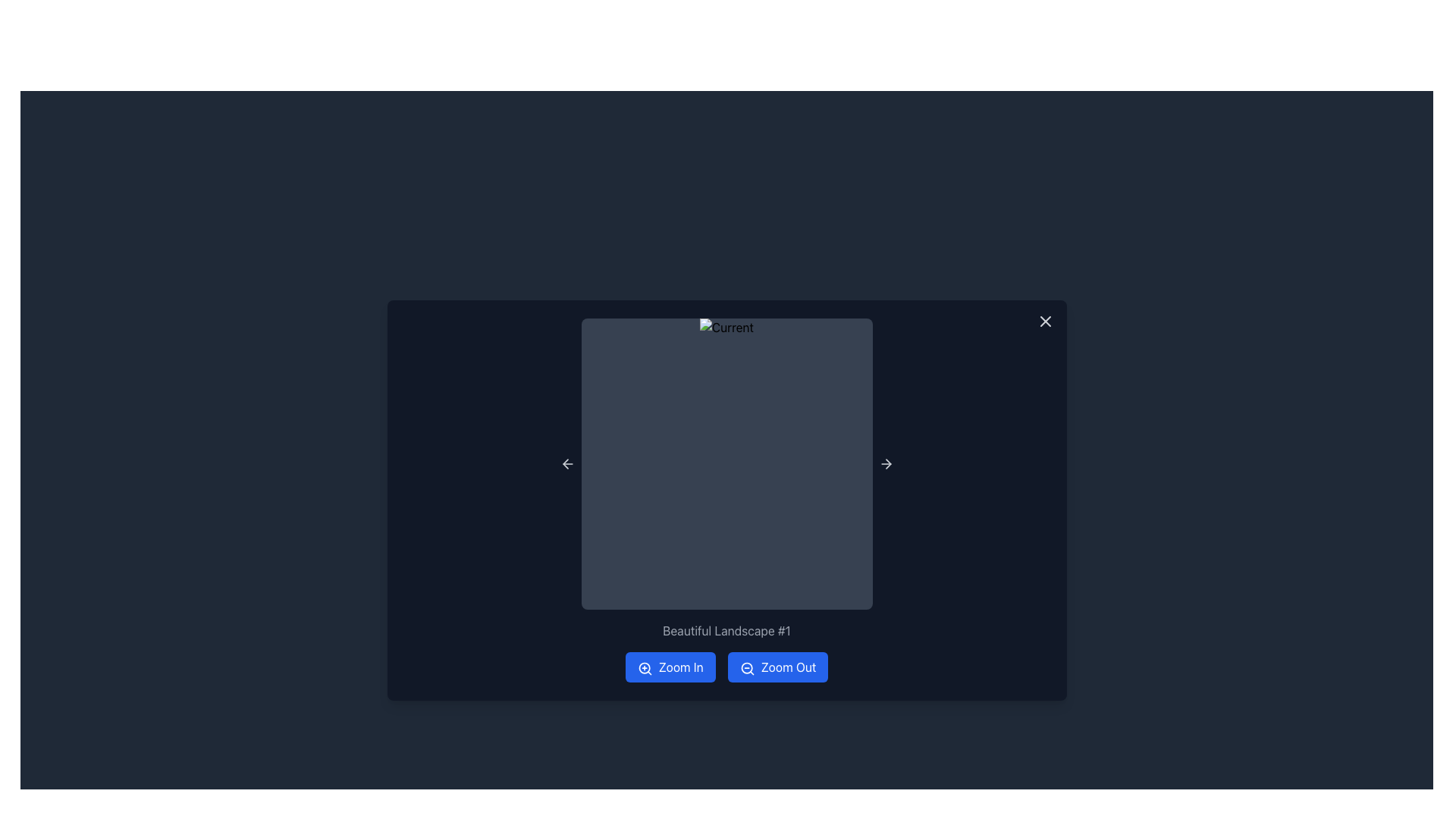  What do you see at coordinates (726, 666) in the screenshot?
I see `the 'Zoom In' button, which is part of a set of two horizontally arranged buttons labeled 'Zoom In' and 'Zoom Out', both styled with a blue background and white text, positioned beneath the text 'Beautiful Landscape #1'` at bounding box center [726, 666].